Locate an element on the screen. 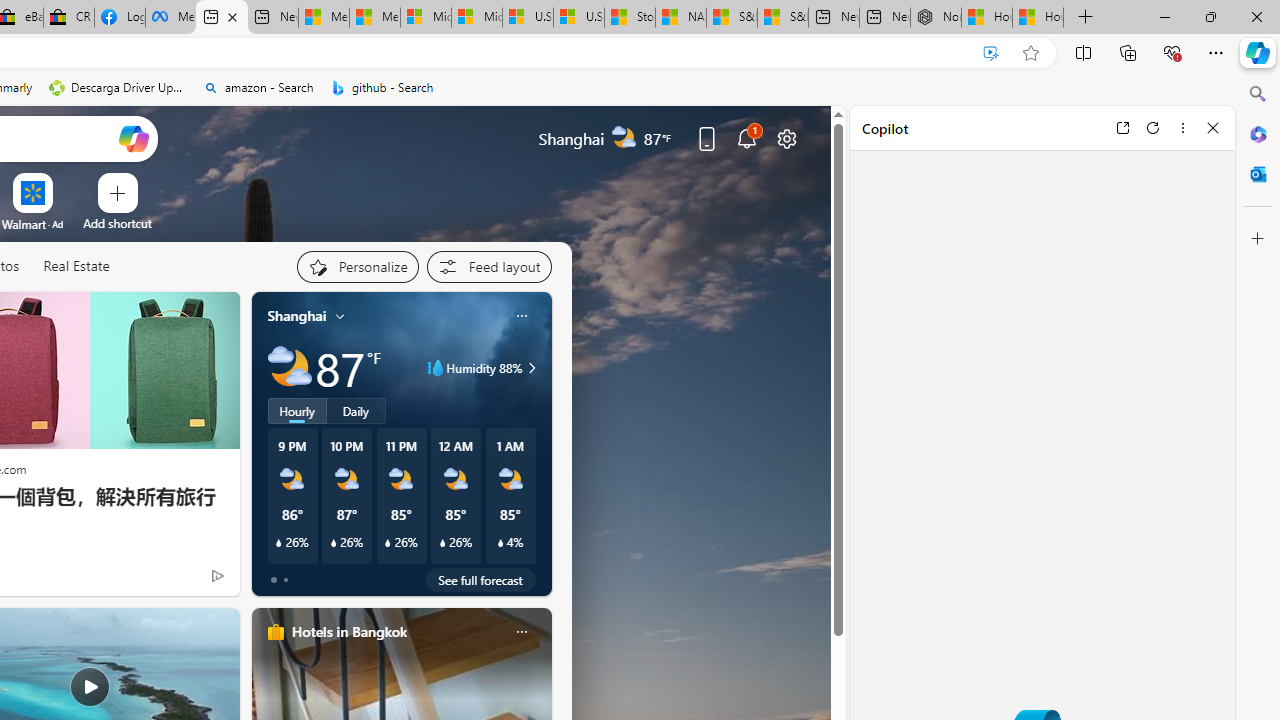 The height and width of the screenshot is (720, 1280). 'Copilot (Ctrl+Shift+.)' is located at coordinates (1257, 51).